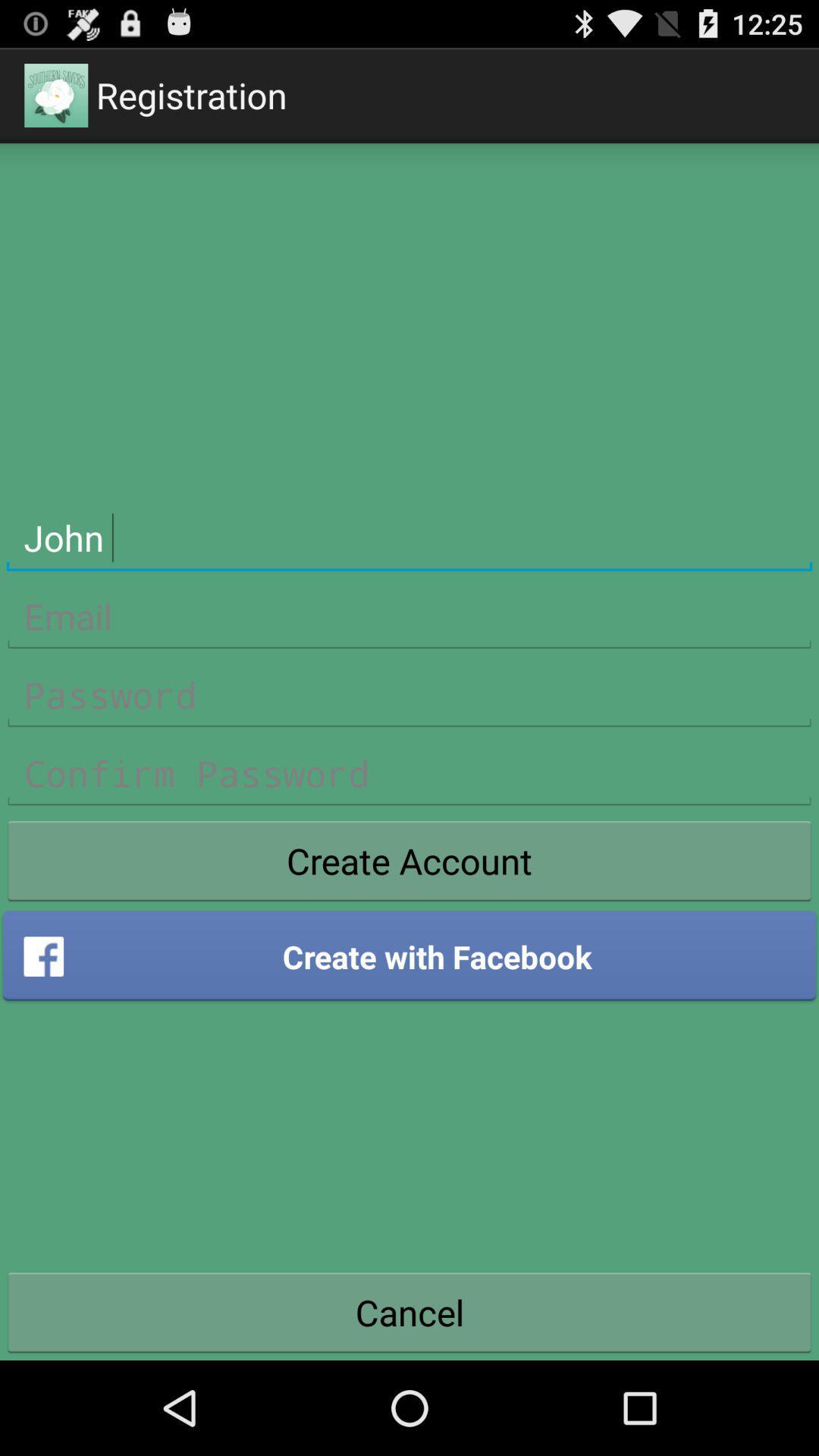 The width and height of the screenshot is (819, 1456). Describe the element at coordinates (409, 773) in the screenshot. I see `type confirmed password` at that location.